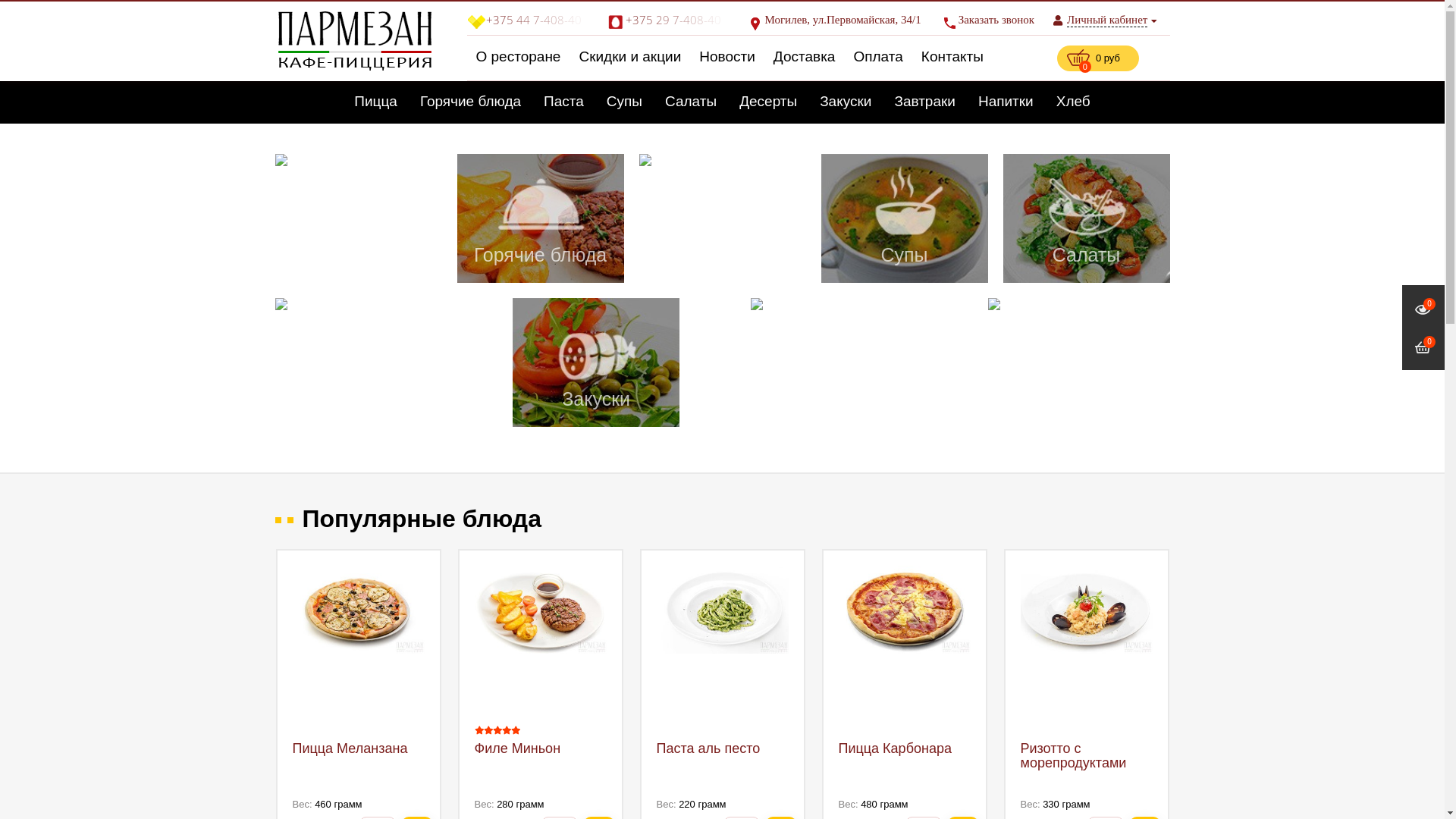  What do you see at coordinates (1422, 348) in the screenshot?
I see `'0'` at bounding box center [1422, 348].